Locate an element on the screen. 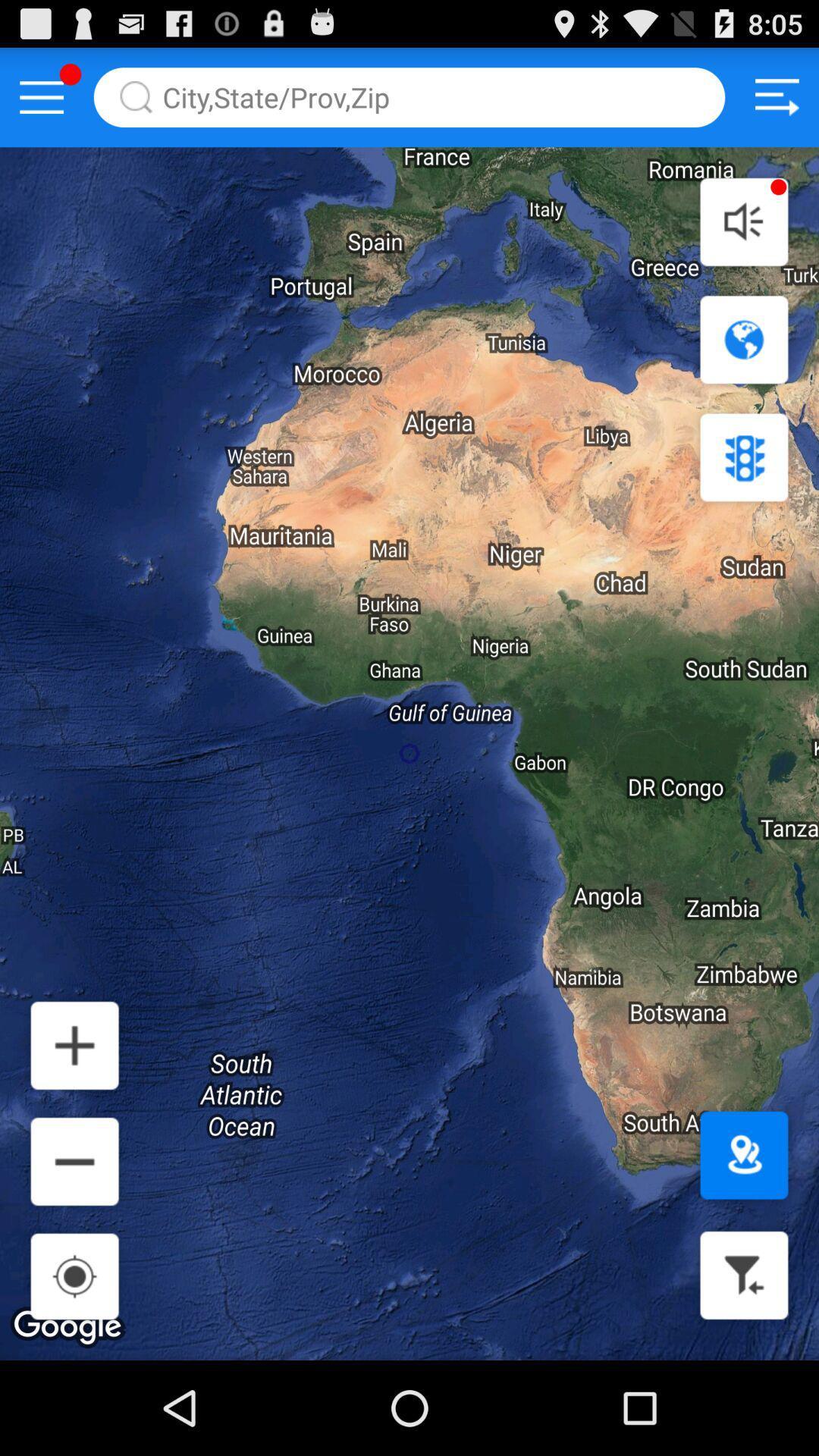 The width and height of the screenshot is (819, 1456). increase is located at coordinates (74, 1044).